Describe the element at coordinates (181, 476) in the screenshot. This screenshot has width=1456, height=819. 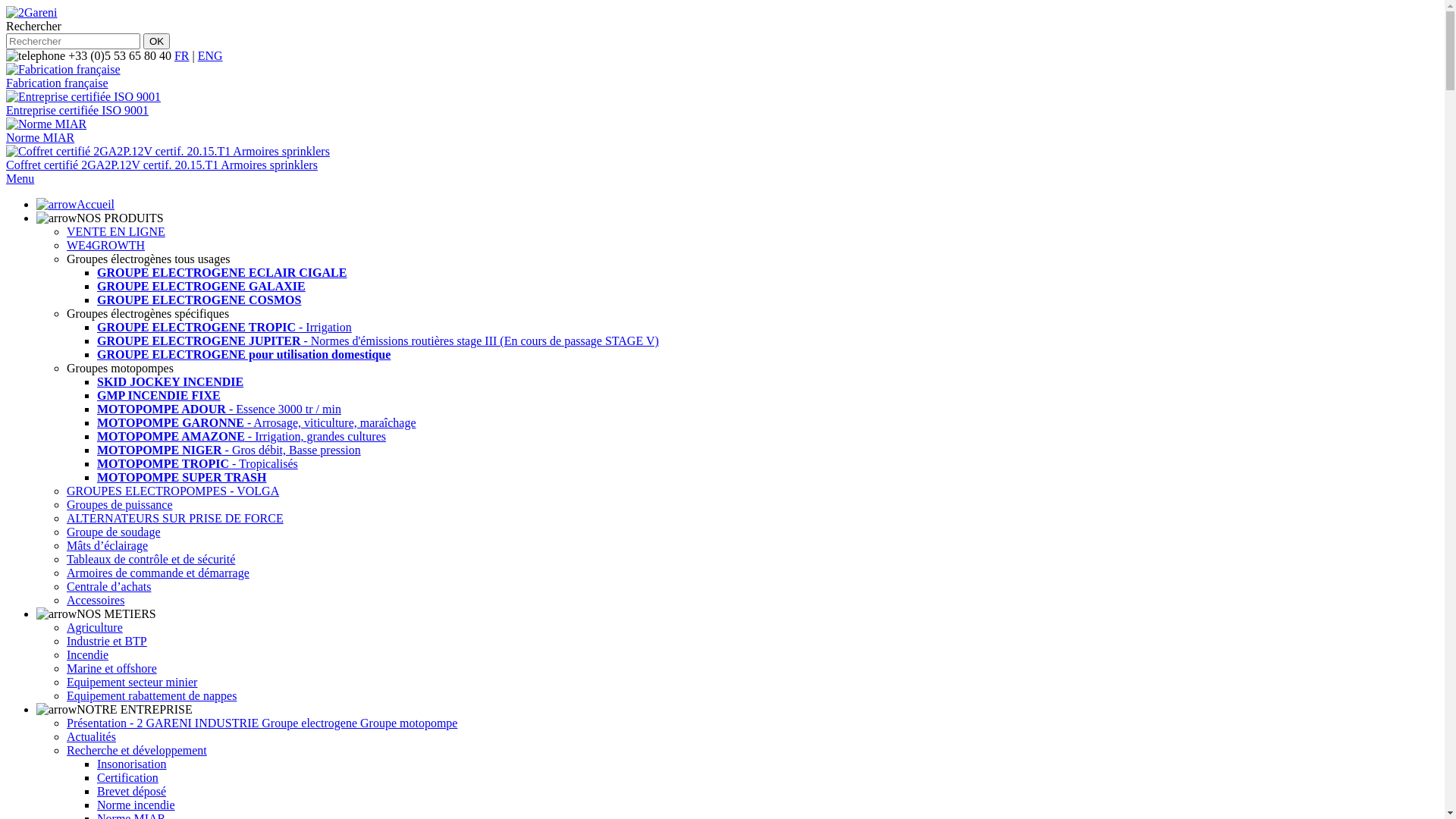
I see `'MOTOPOMPE SUPER TRASH'` at that location.